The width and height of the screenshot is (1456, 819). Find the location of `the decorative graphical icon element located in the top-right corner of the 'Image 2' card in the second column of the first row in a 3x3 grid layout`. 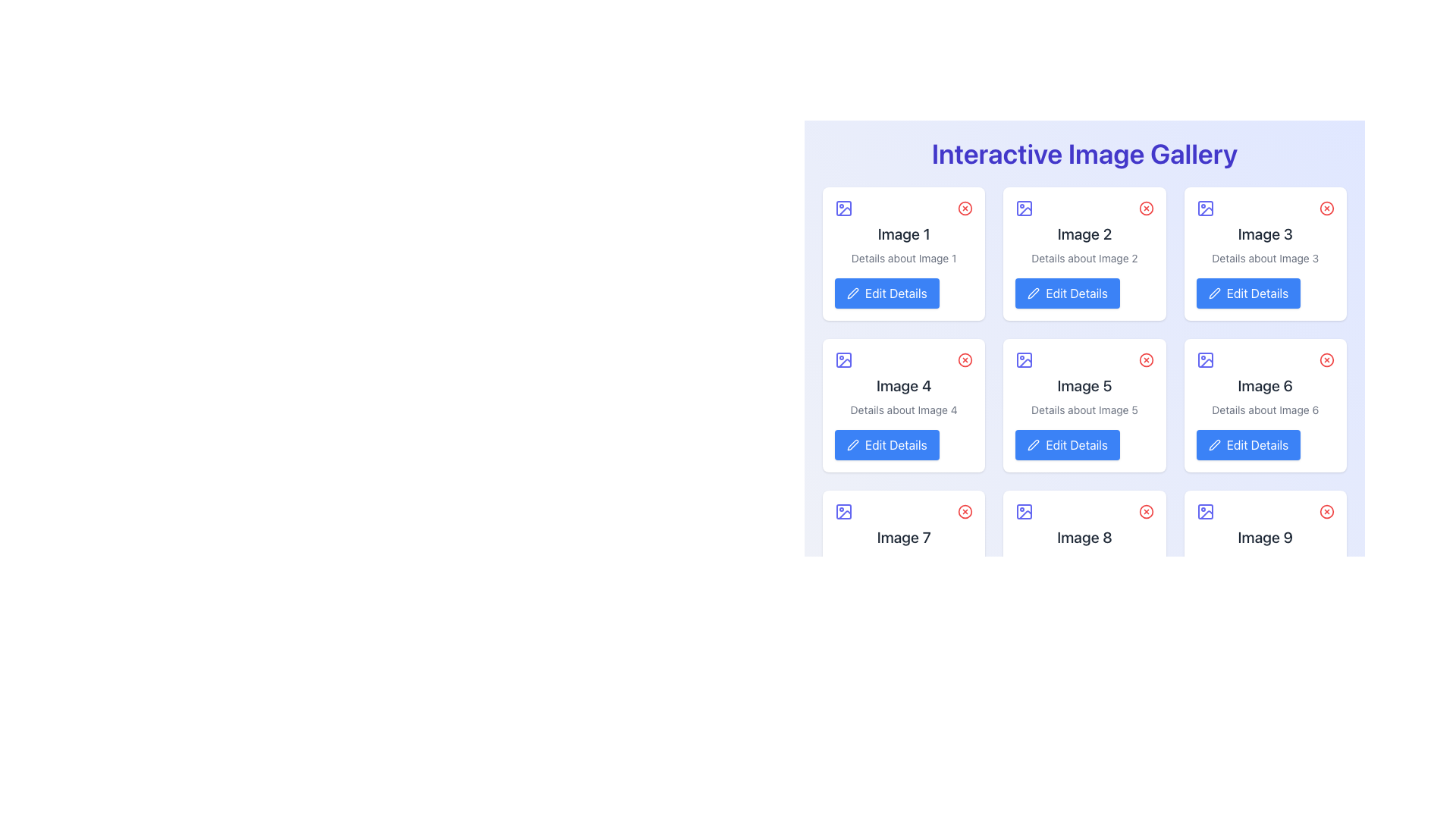

the decorative graphical icon element located in the top-right corner of the 'Image 2' card in the second column of the first row in a 3x3 grid layout is located at coordinates (1025, 208).